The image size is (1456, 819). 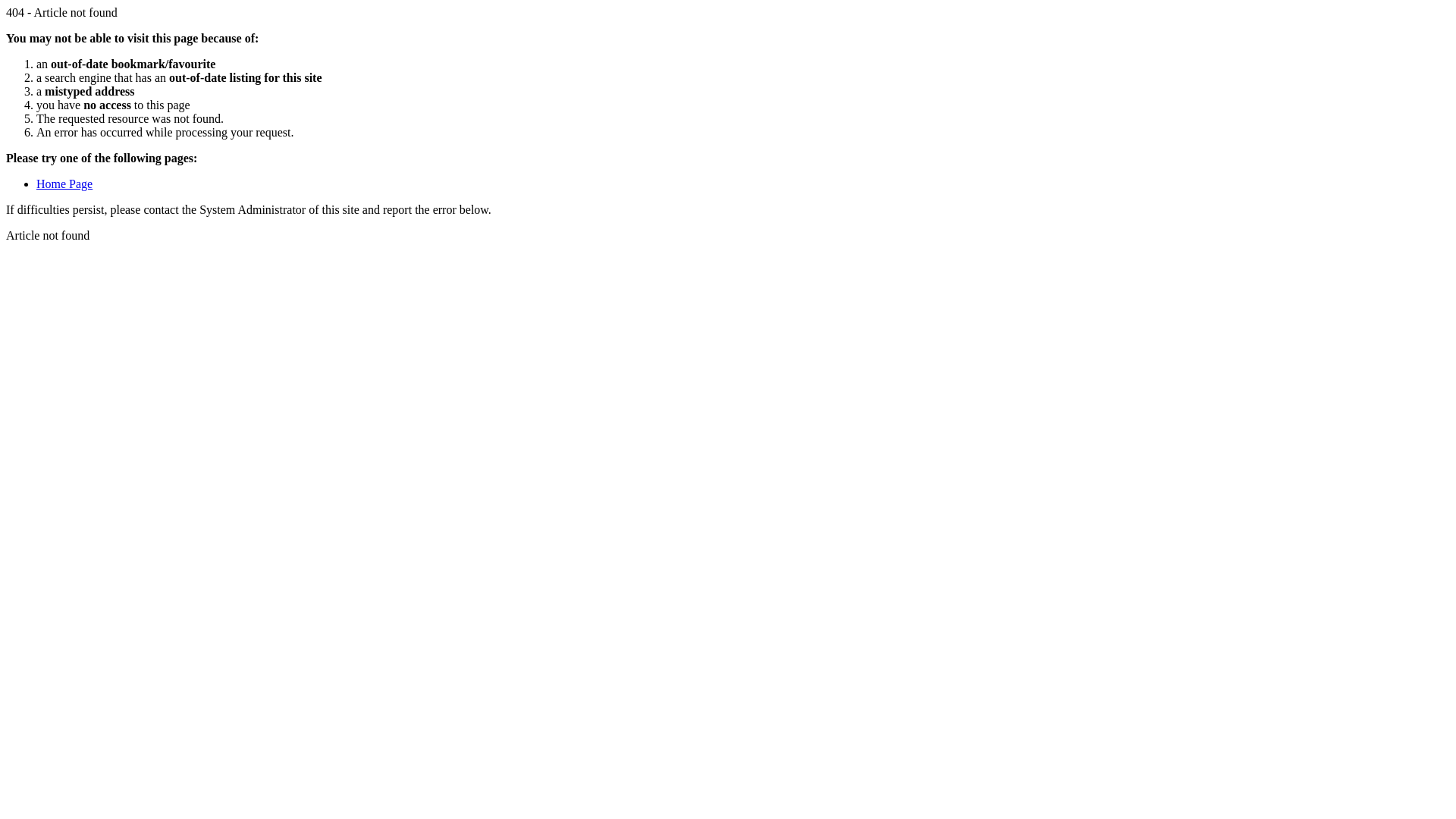 What do you see at coordinates (64, 183) in the screenshot?
I see `'Home Page'` at bounding box center [64, 183].